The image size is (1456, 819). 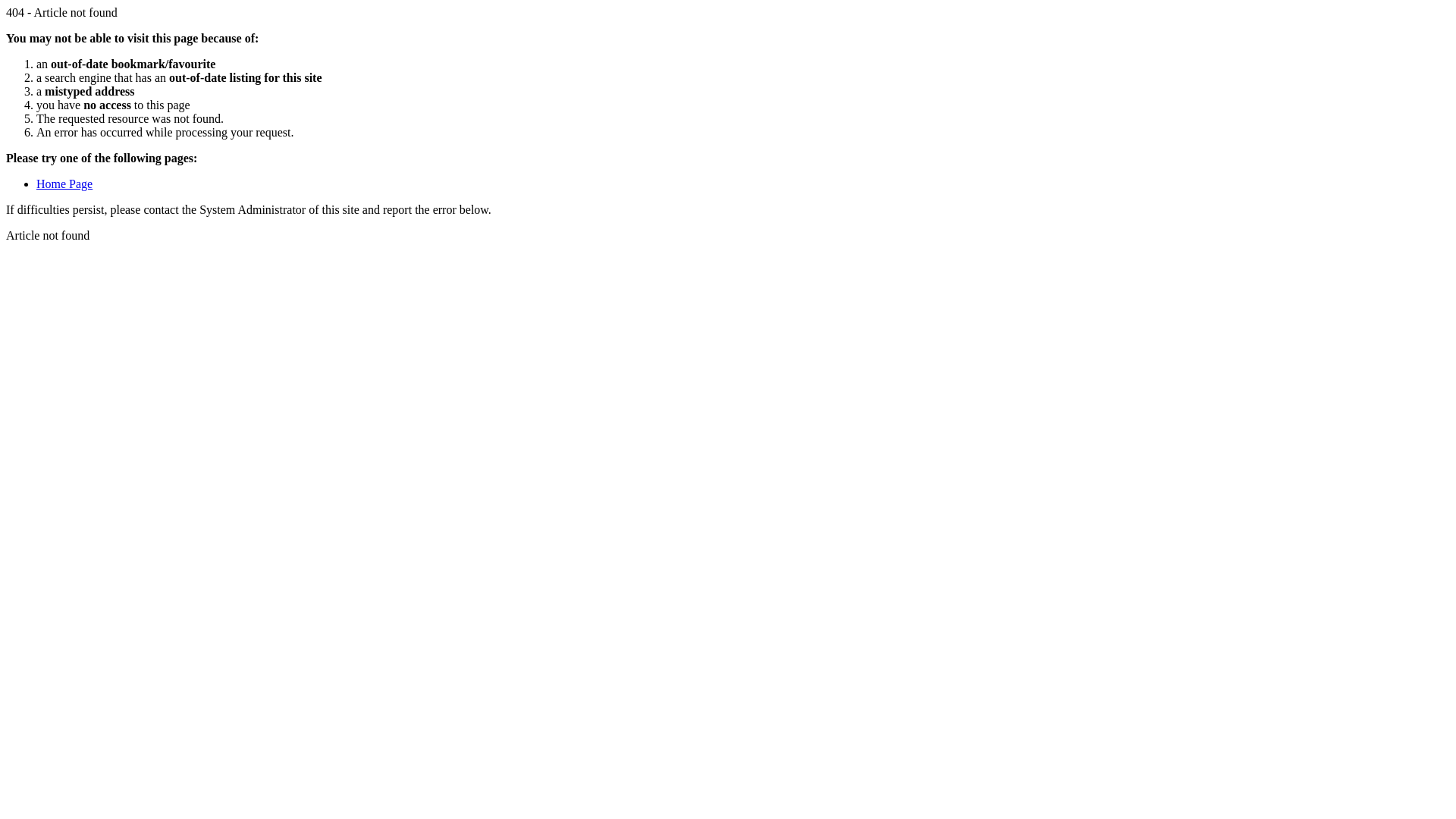 What do you see at coordinates (64, 183) in the screenshot?
I see `'Home Page'` at bounding box center [64, 183].